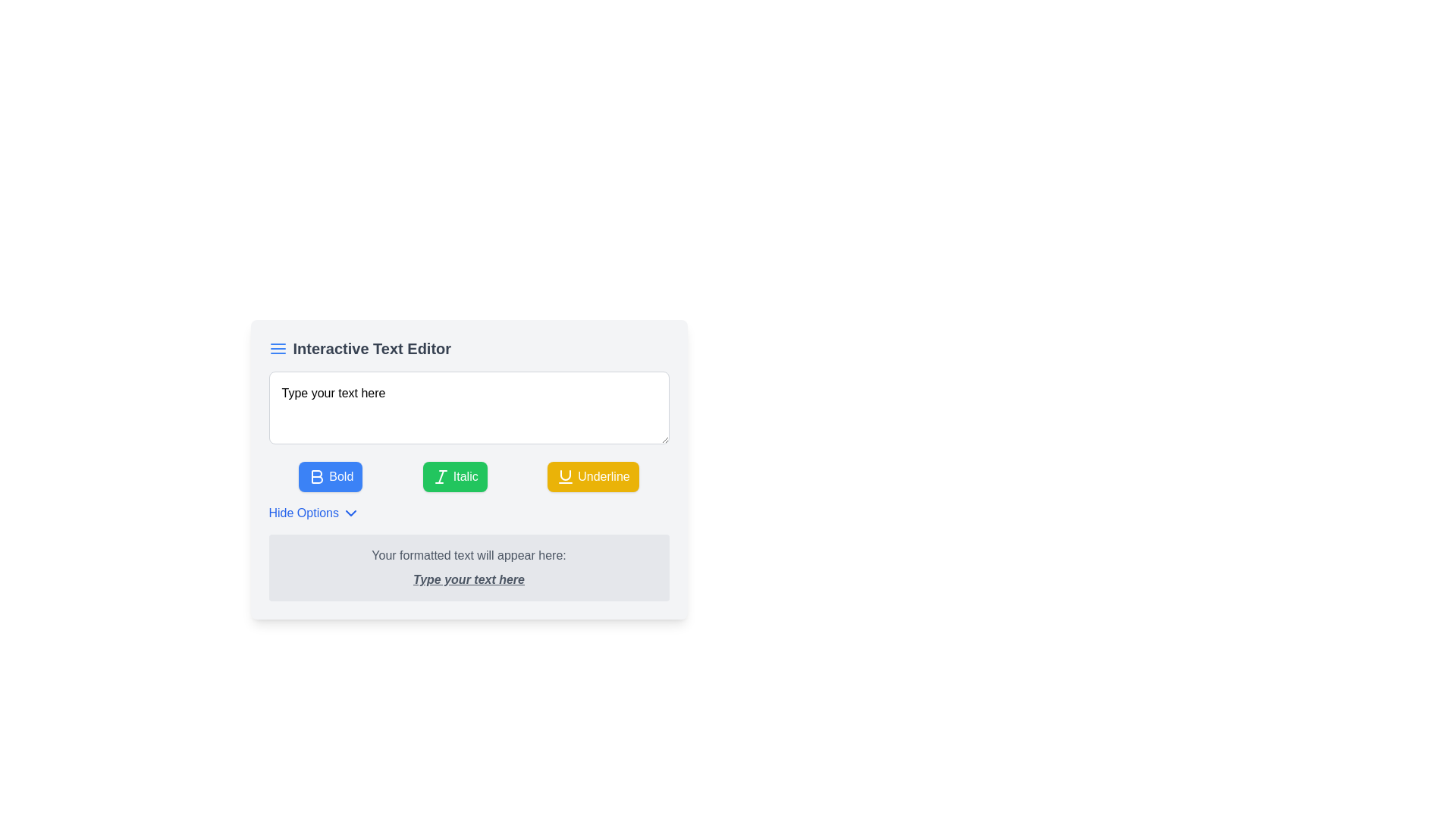 The width and height of the screenshot is (1456, 819). Describe the element at coordinates (330, 475) in the screenshot. I see `the 'Bold' button in the text editor` at that location.